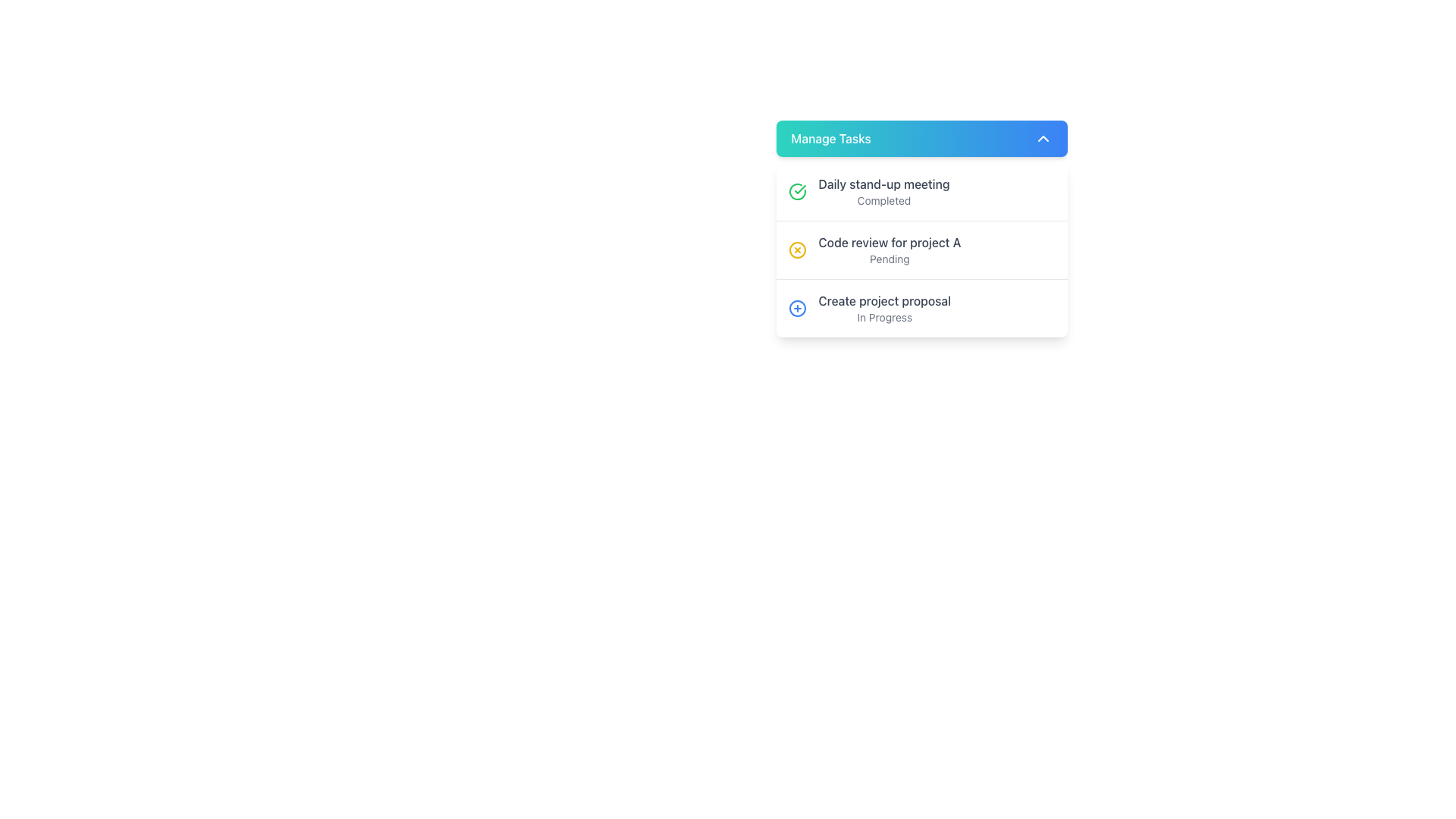 Image resolution: width=1456 pixels, height=819 pixels. Describe the element at coordinates (799, 189) in the screenshot. I see `the checkmark icon located at the center of a circular graphical component, which indicates a positive status, positioned to the left of the text 'Daily stand-up meeting'` at that location.